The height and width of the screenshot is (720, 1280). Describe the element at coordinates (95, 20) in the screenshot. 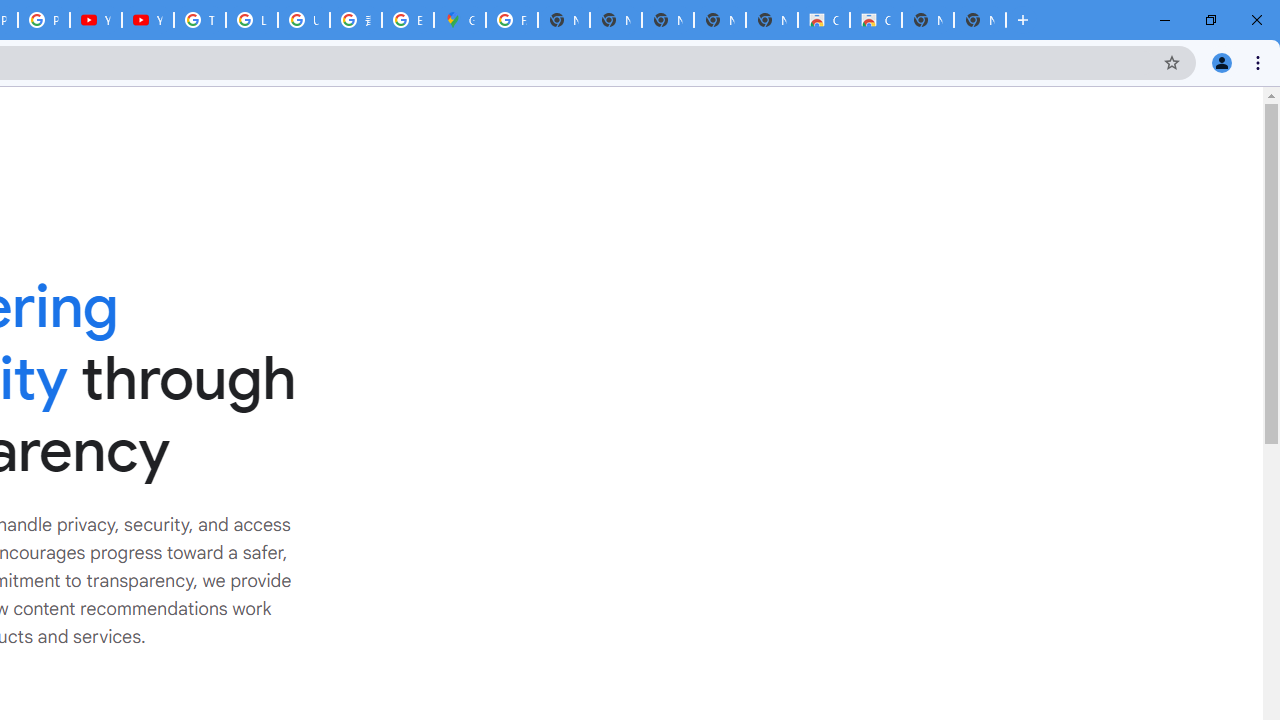

I see `'YouTube'` at that location.